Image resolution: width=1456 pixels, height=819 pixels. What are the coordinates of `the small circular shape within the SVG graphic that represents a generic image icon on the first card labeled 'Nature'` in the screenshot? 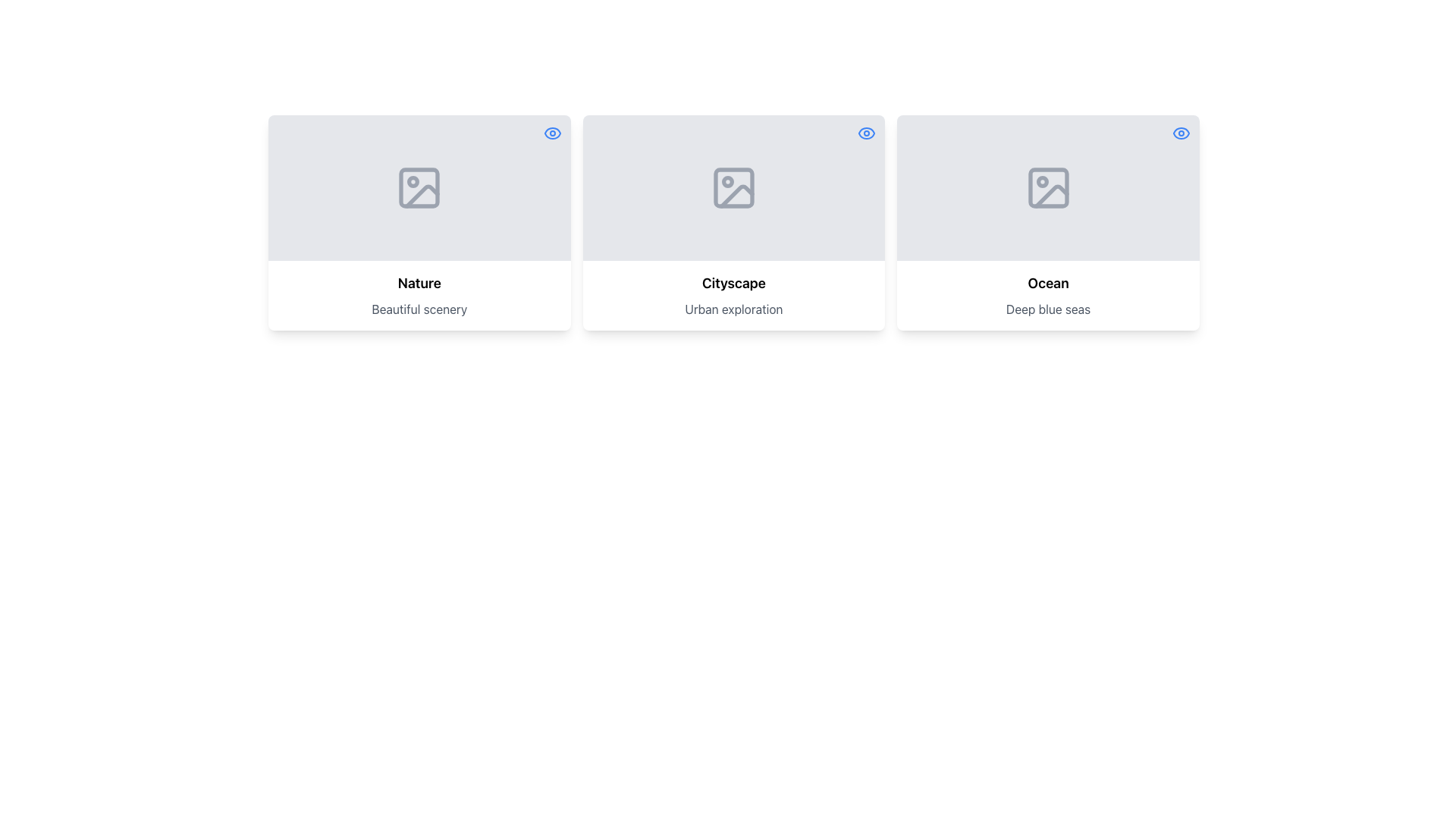 It's located at (413, 180).